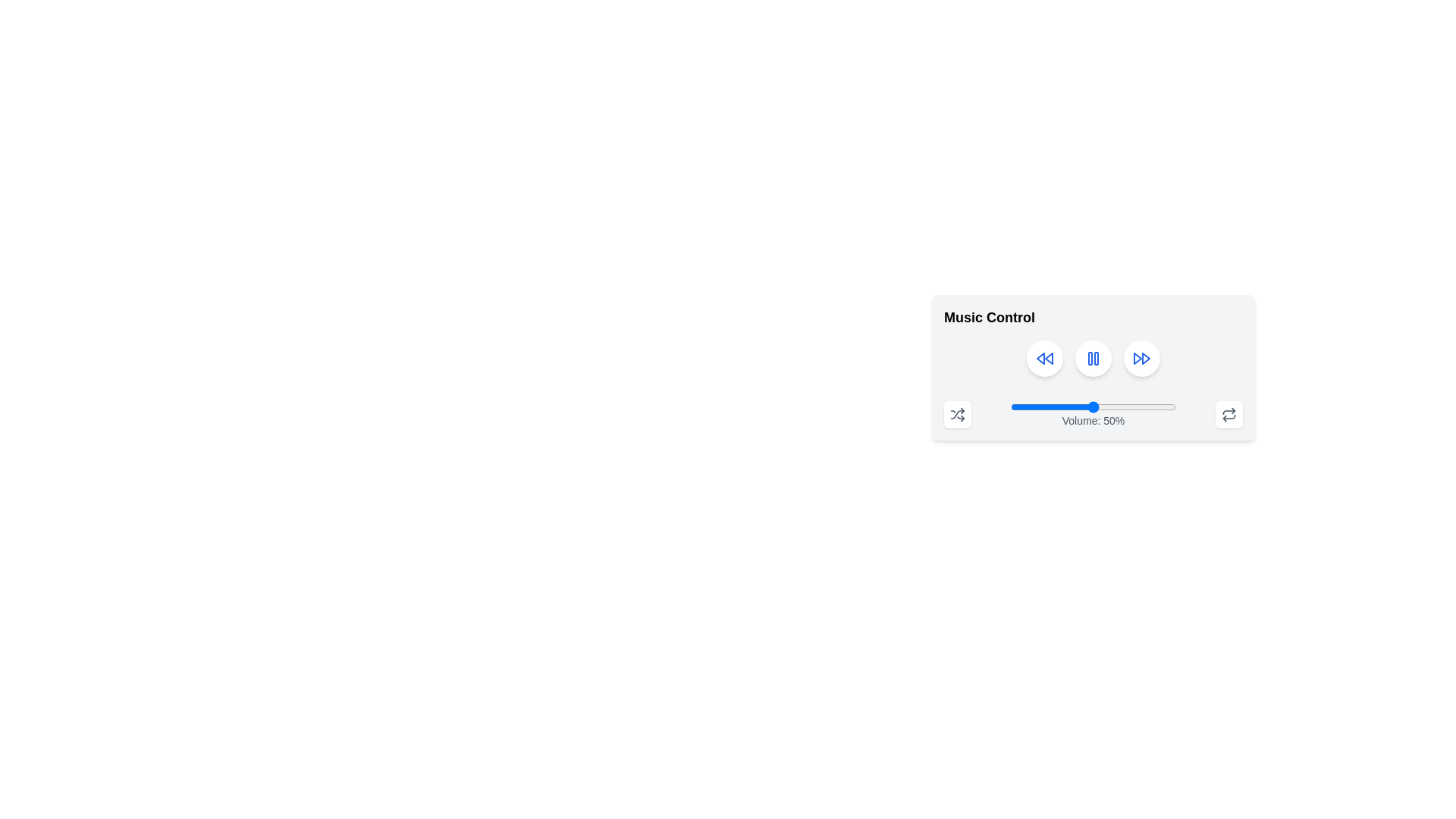 The height and width of the screenshot is (819, 1456). I want to click on the blue vertical rectangle with rounded corners that is part of the pause button on the music control interface, so click(1096, 359).